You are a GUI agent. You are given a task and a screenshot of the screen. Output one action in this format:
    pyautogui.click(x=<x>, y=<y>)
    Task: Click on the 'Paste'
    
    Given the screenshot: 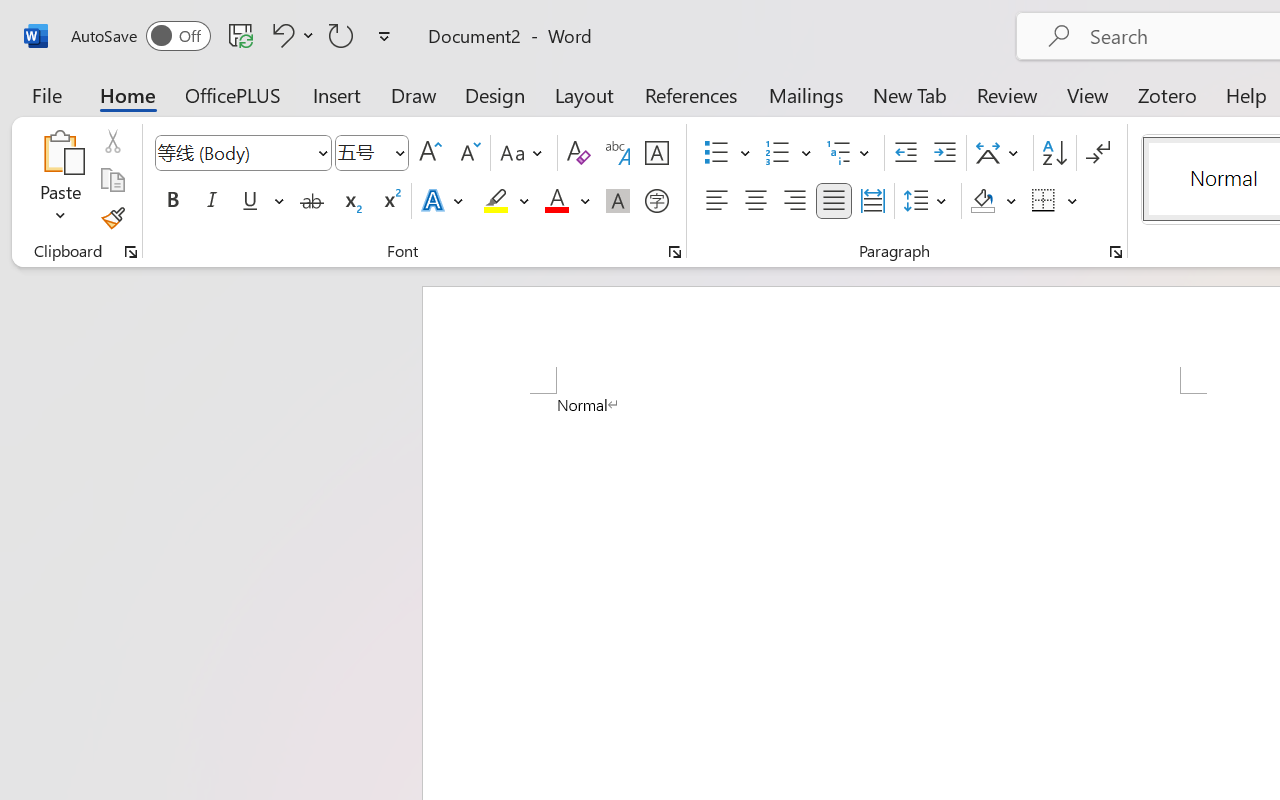 What is the action you would take?
    pyautogui.click(x=60, y=179)
    